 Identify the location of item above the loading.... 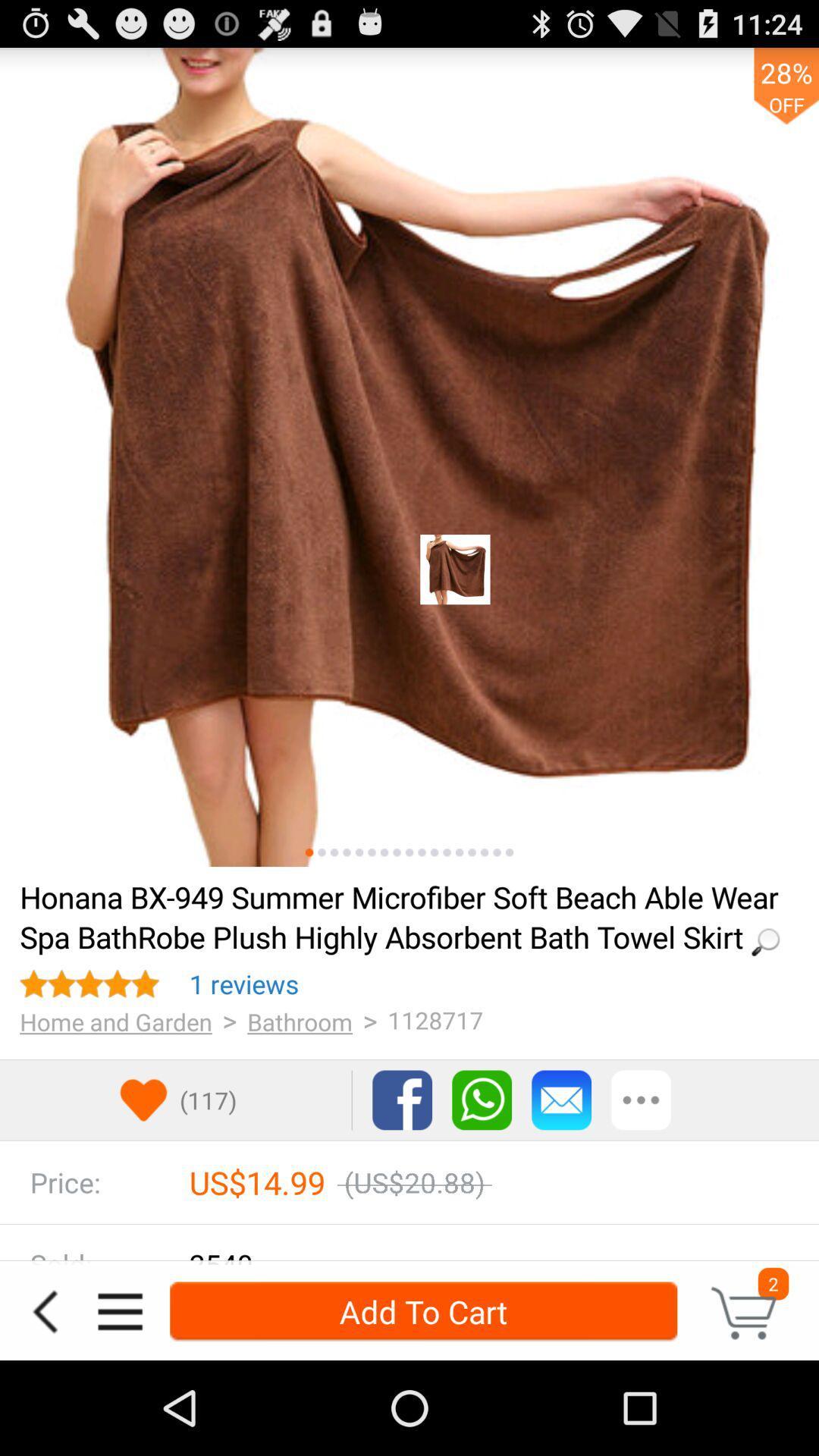
(383, 852).